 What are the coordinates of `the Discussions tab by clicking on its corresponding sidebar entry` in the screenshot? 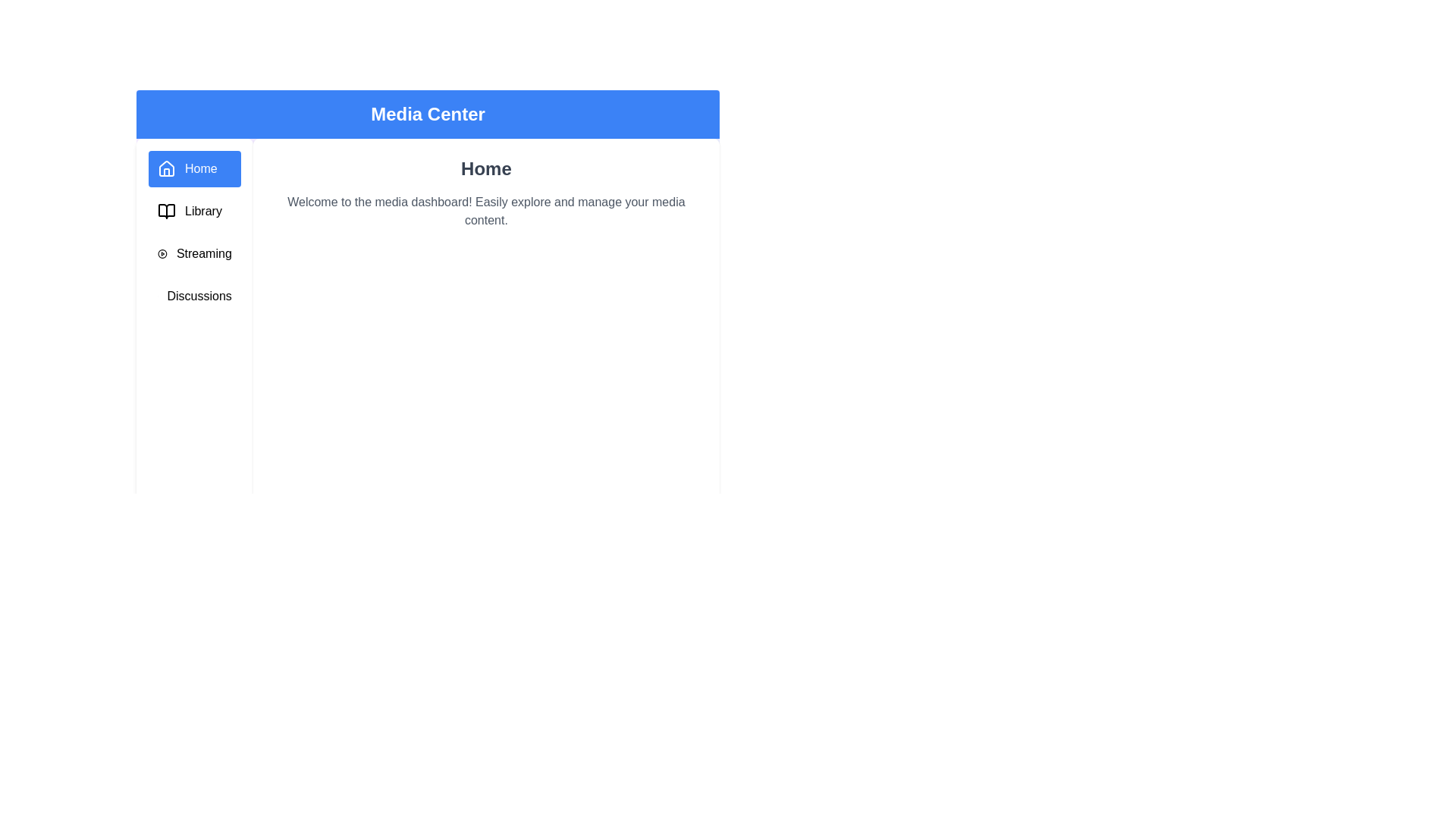 It's located at (193, 296).